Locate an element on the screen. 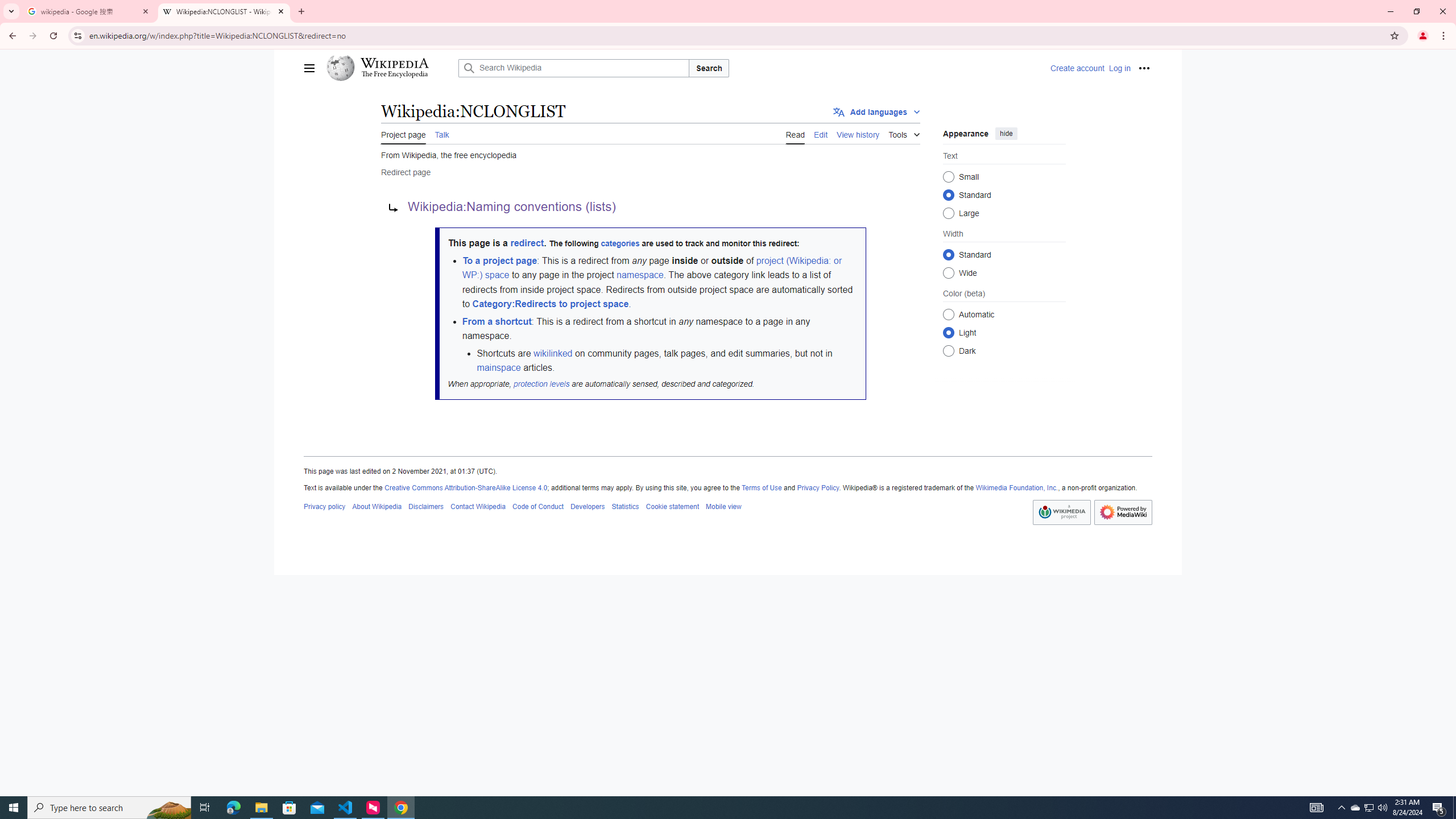 The image size is (1456, 819). 'AutomationID: footer-places-developers' is located at coordinates (586, 506).